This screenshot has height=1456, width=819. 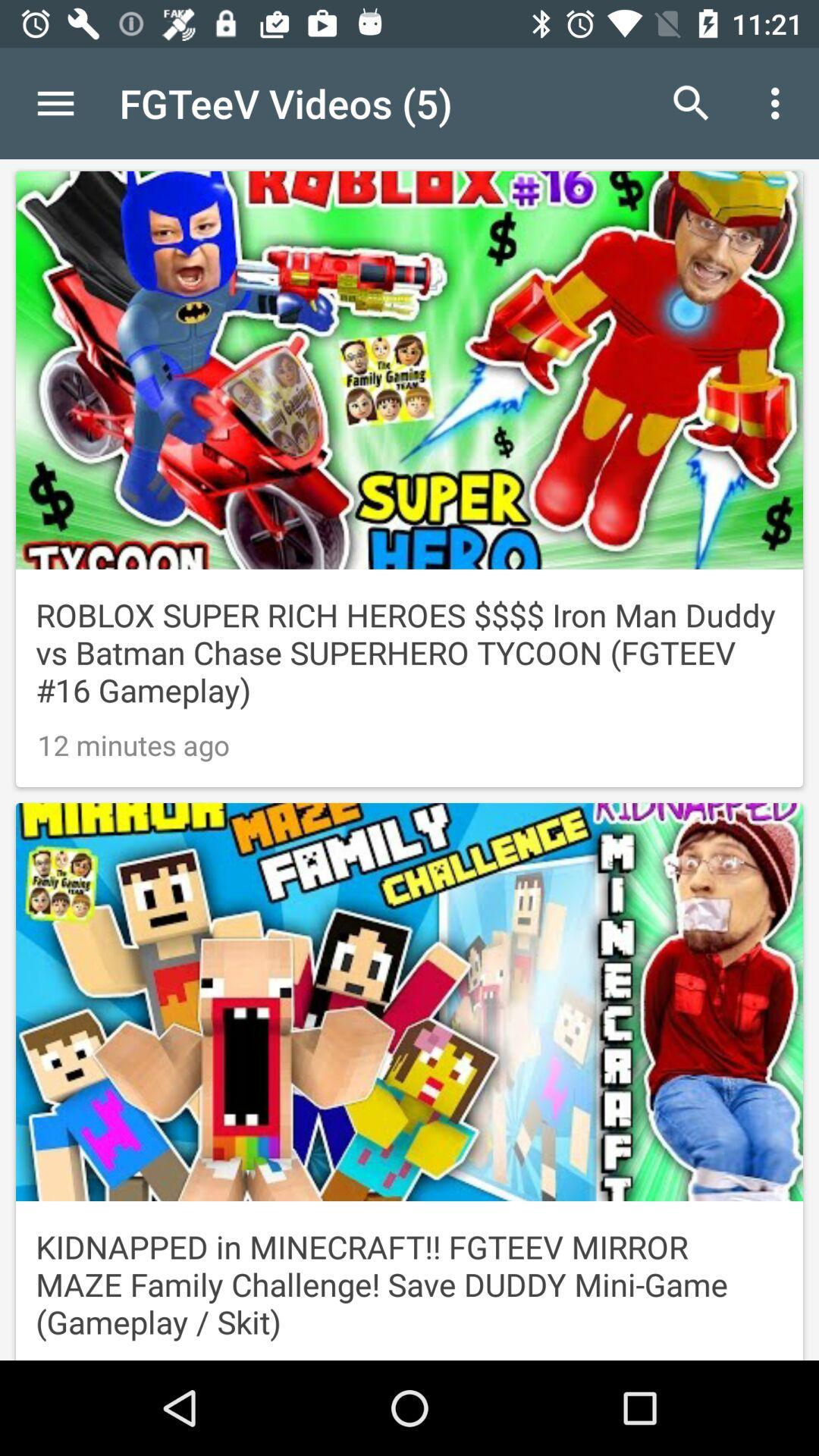 What do you see at coordinates (55, 102) in the screenshot?
I see `the item to the left of fgteev videos (5) app` at bounding box center [55, 102].